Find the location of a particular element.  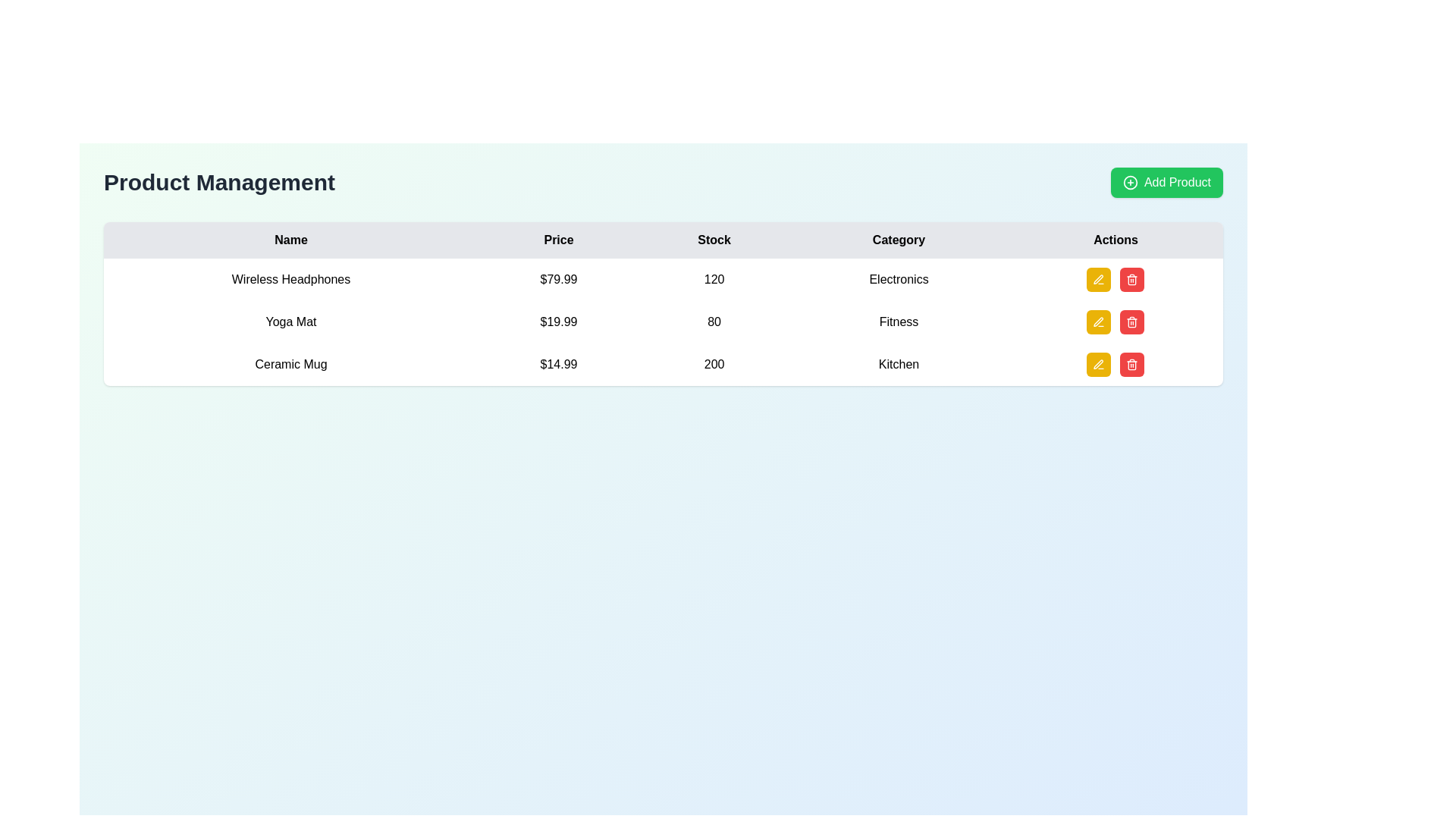

price value displayed in the Text Label that shows '$19.99', which is bold and black, located in the 'Price' column aligned with the Yoga Mat product entry is located at coordinates (558, 321).